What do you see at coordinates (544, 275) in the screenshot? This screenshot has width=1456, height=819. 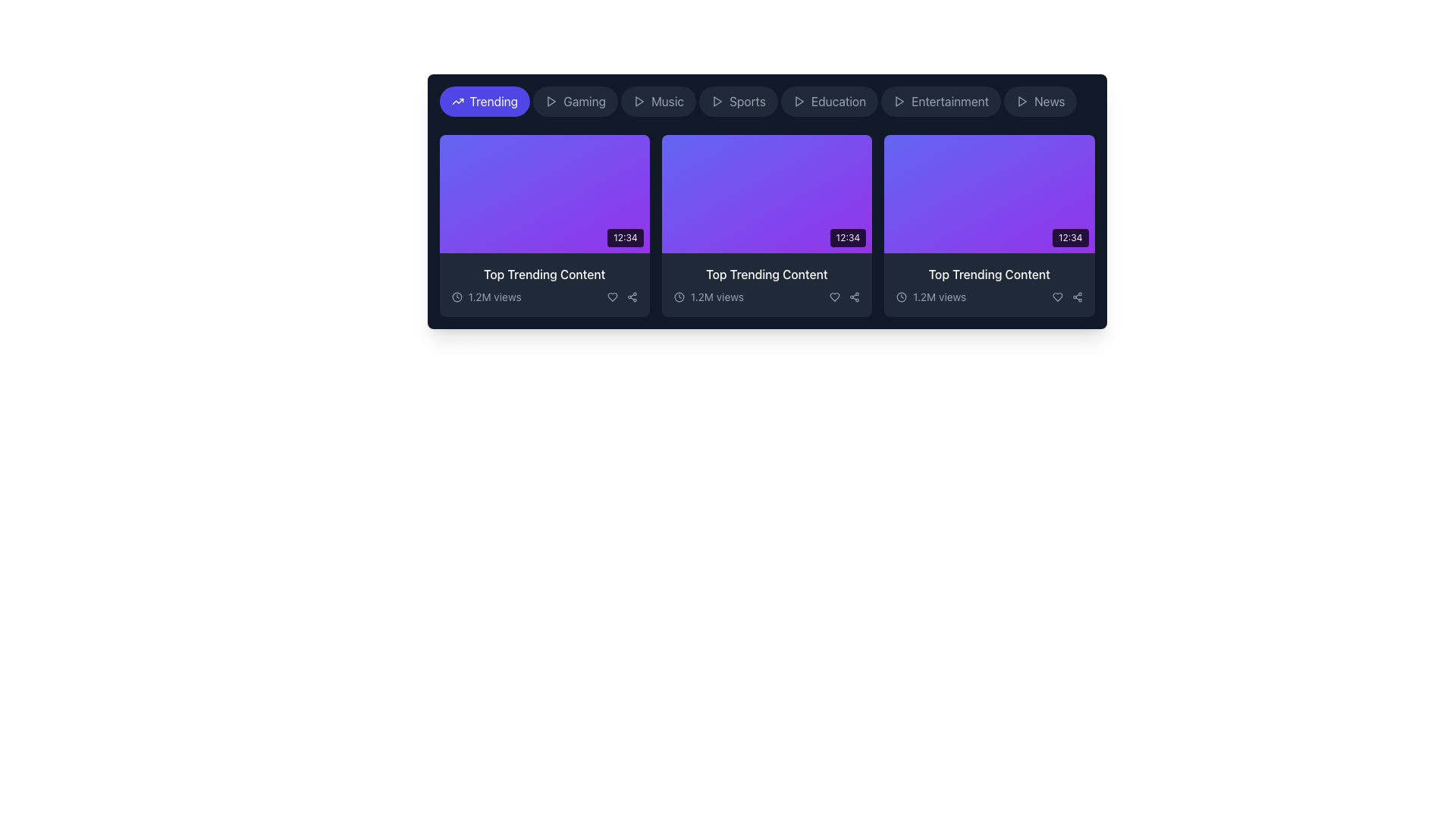 I see `the text label that provides the title of the highlighted trending content, located at the bottom of the first card in the list, just above the '1.2M views' text` at bounding box center [544, 275].